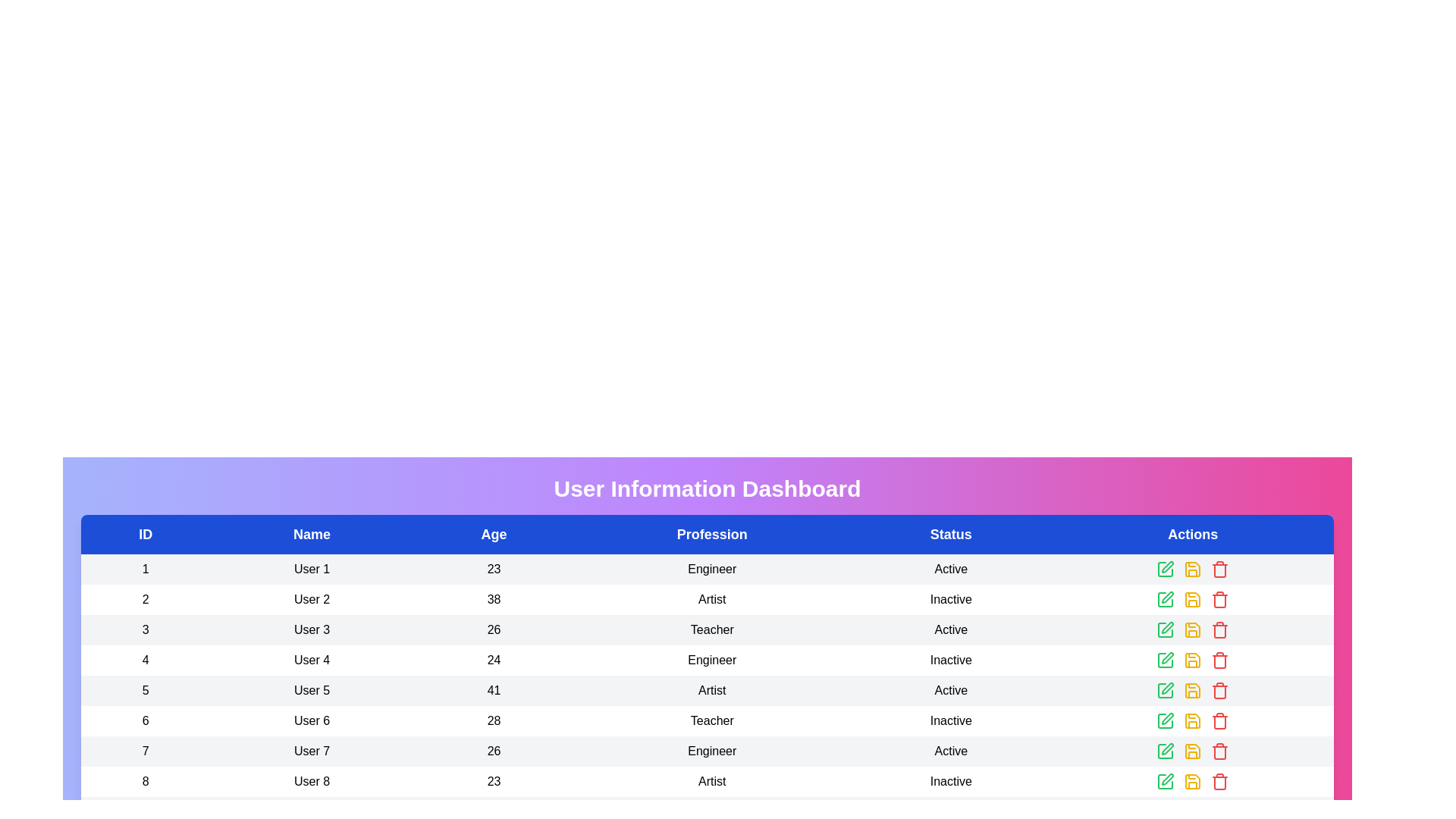  Describe the element at coordinates (1164, 570) in the screenshot. I see `the edit icon for the first row` at that location.